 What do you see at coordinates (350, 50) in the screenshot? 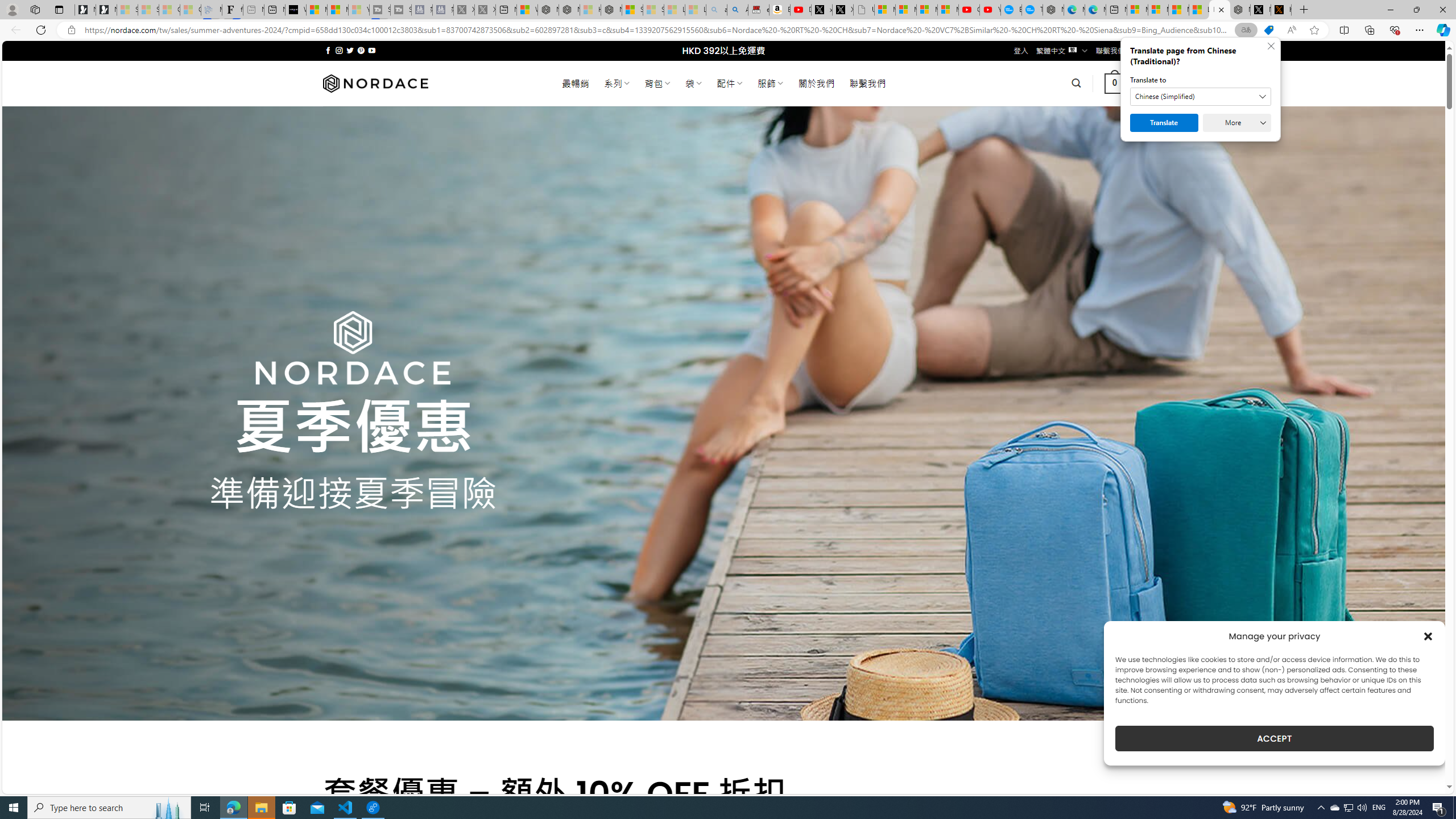
I see `'Follow on Twitter'` at bounding box center [350, 50].